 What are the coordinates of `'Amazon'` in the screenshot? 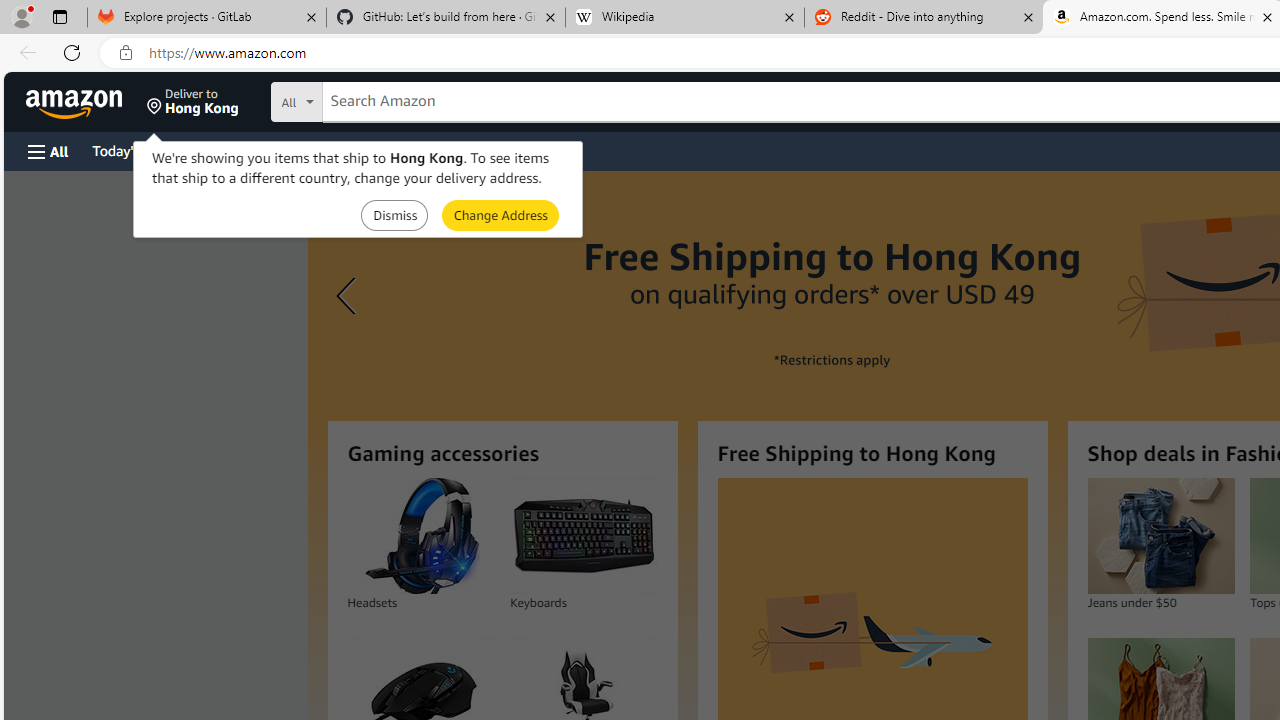 It's located at (76, 101).